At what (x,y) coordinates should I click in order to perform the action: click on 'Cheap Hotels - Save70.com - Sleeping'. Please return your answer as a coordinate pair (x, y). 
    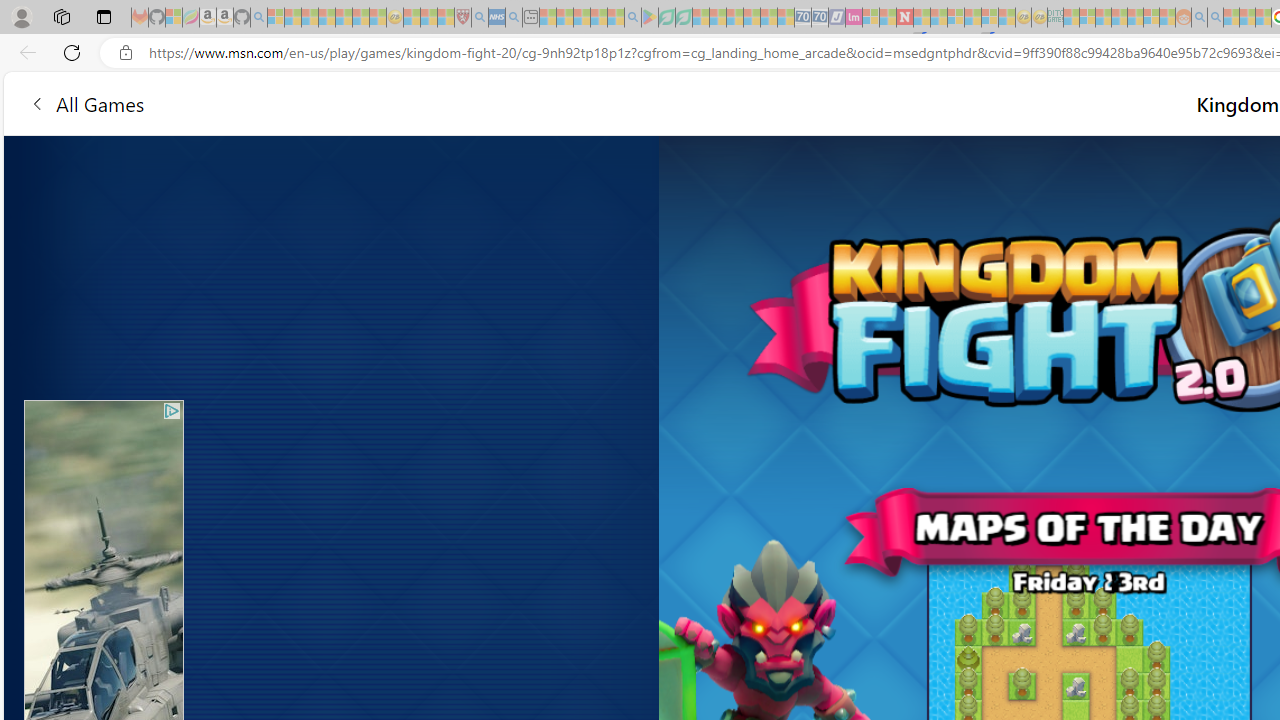
    Looking at the image, I should click on (819, 17).